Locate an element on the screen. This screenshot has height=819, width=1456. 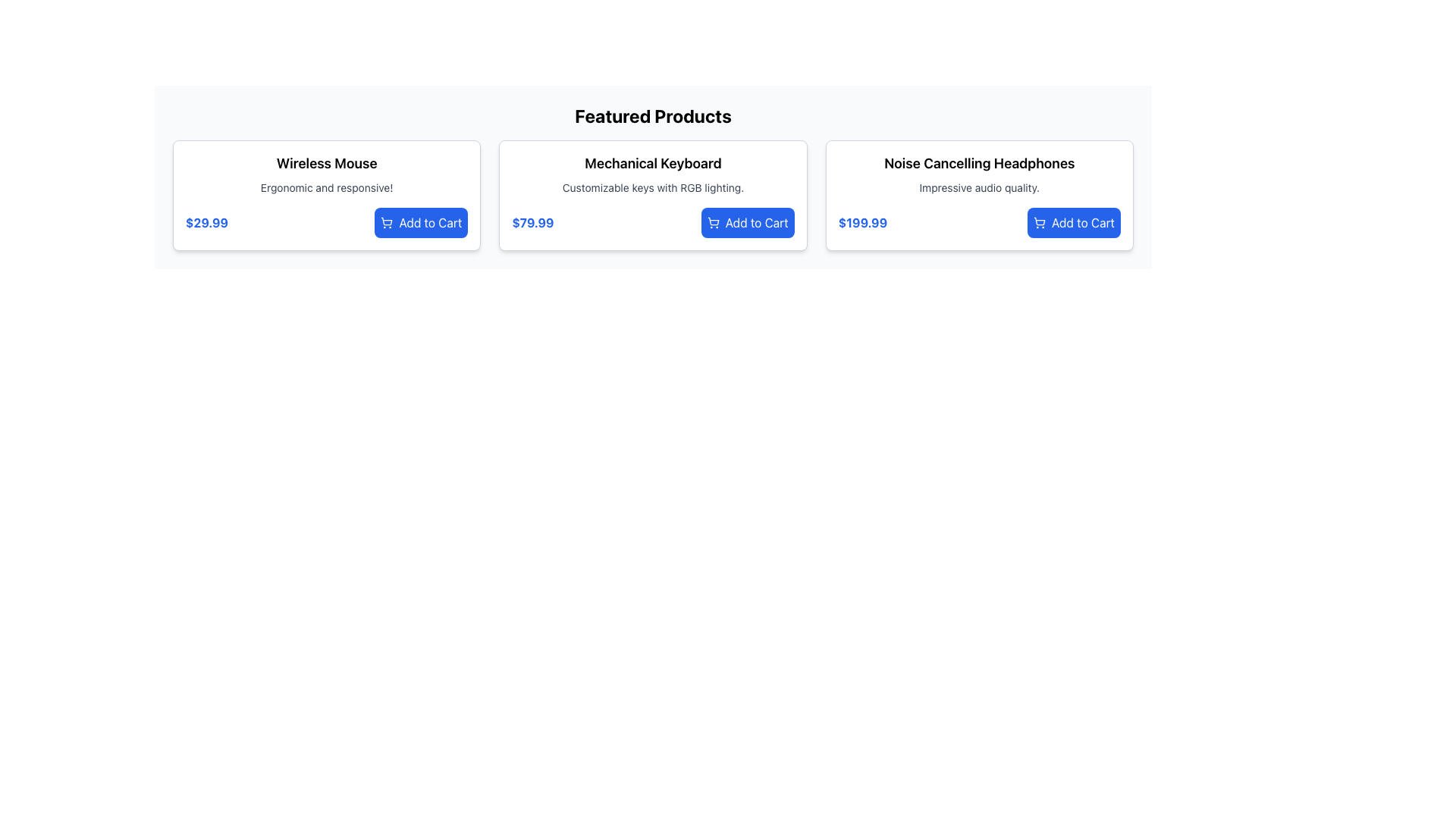
the interactive button located at the bottom-right corner of the first product card in the 'Featured Products' section is located at coordinates (421, 222).